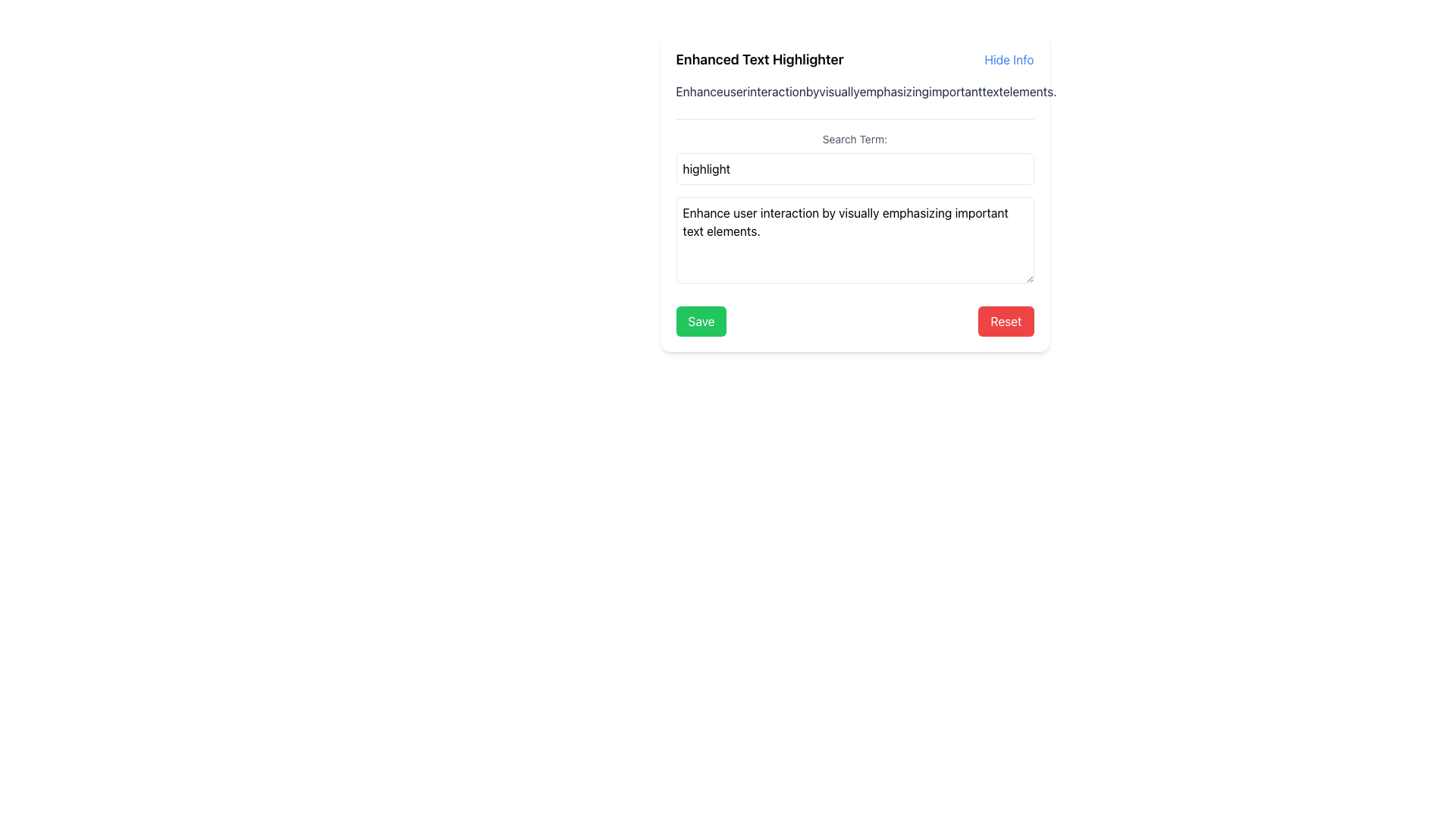  I want to click on emphasized keyword 'Enhance' which is the first word in the sentence located near the top left region of the interface, so click(698, 91).